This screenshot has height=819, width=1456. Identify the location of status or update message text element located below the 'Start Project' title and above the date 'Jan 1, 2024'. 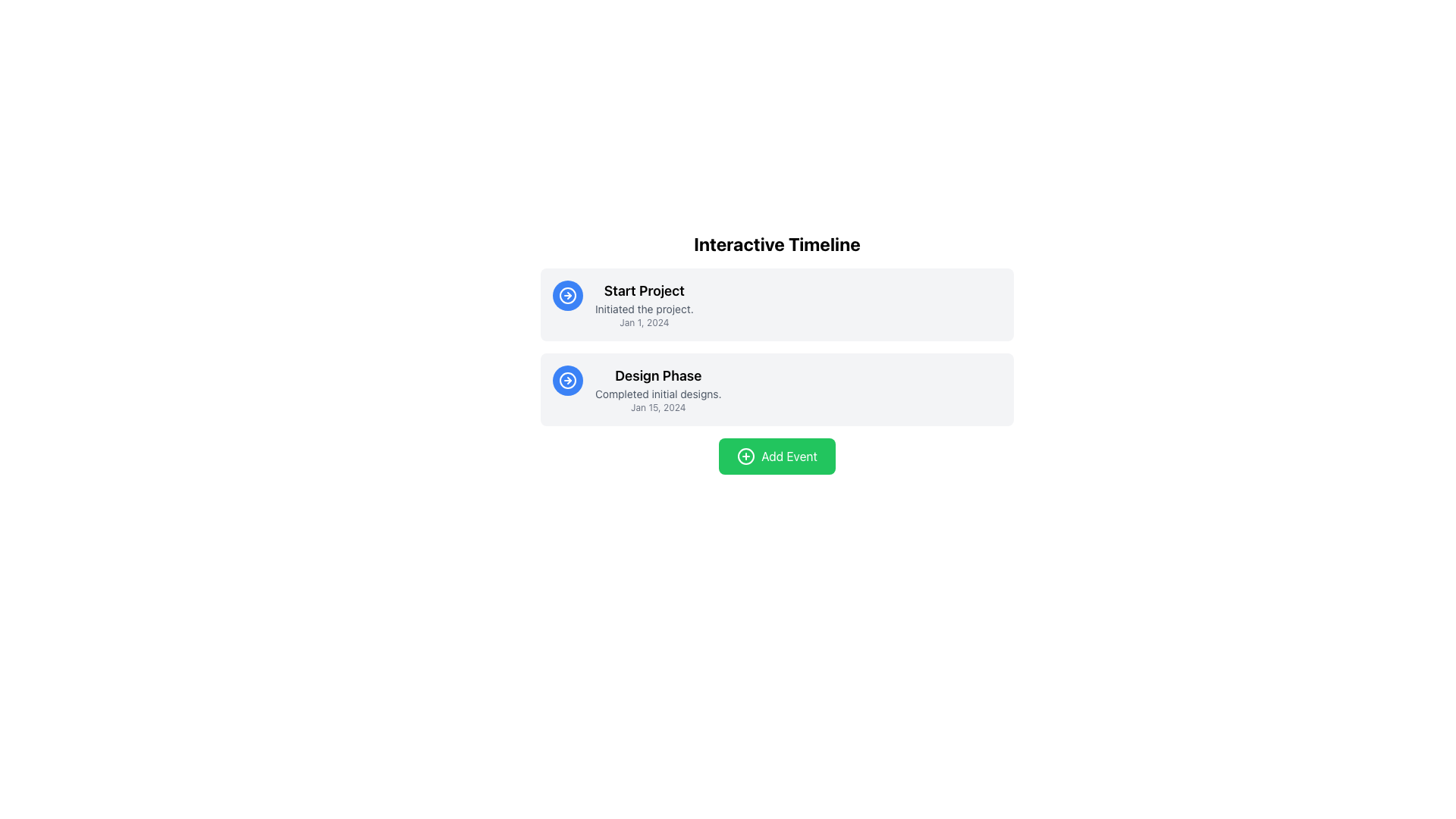
(644, 309).